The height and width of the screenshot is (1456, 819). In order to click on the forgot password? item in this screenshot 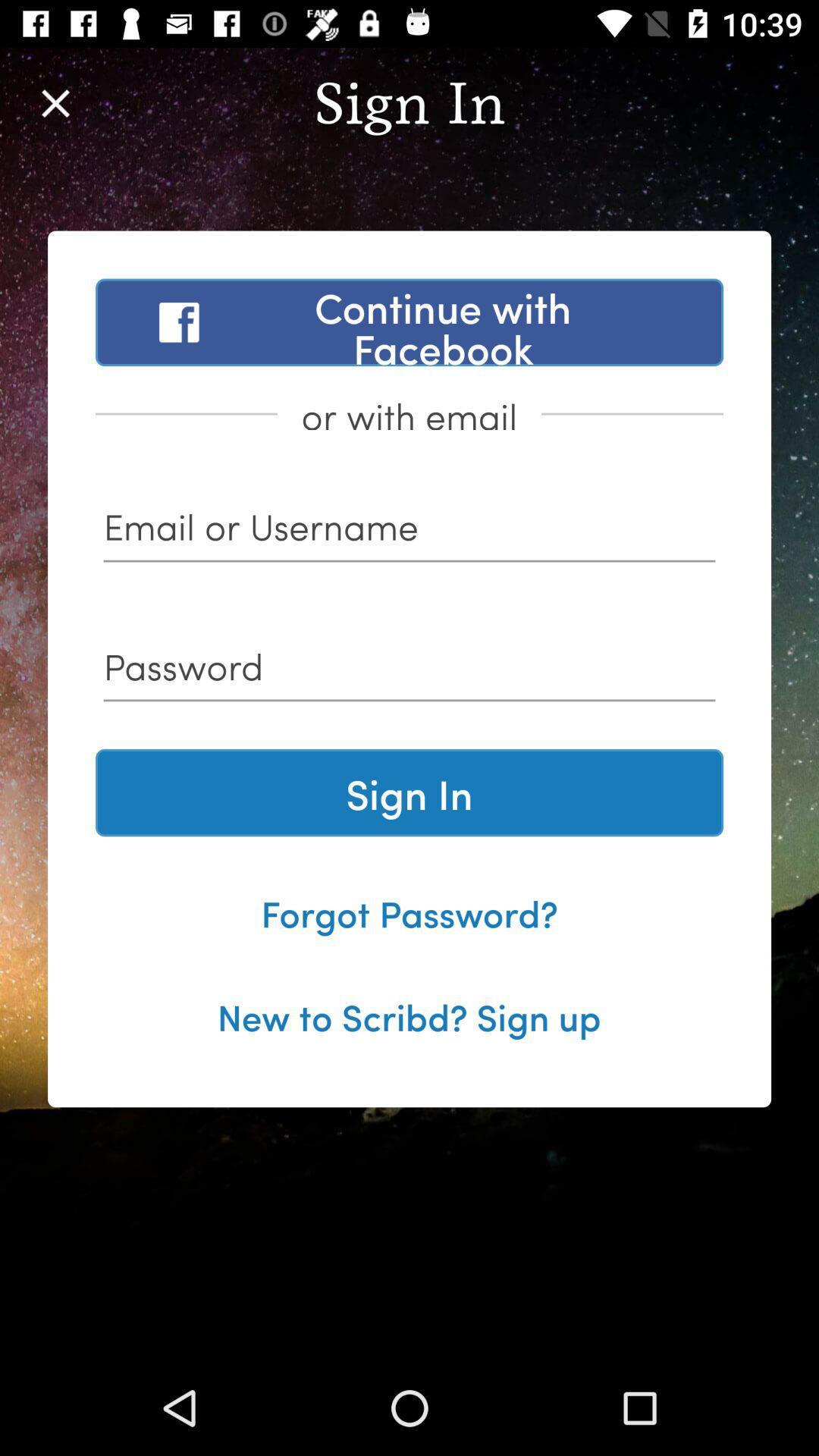, I will do `click(409, 912)`.